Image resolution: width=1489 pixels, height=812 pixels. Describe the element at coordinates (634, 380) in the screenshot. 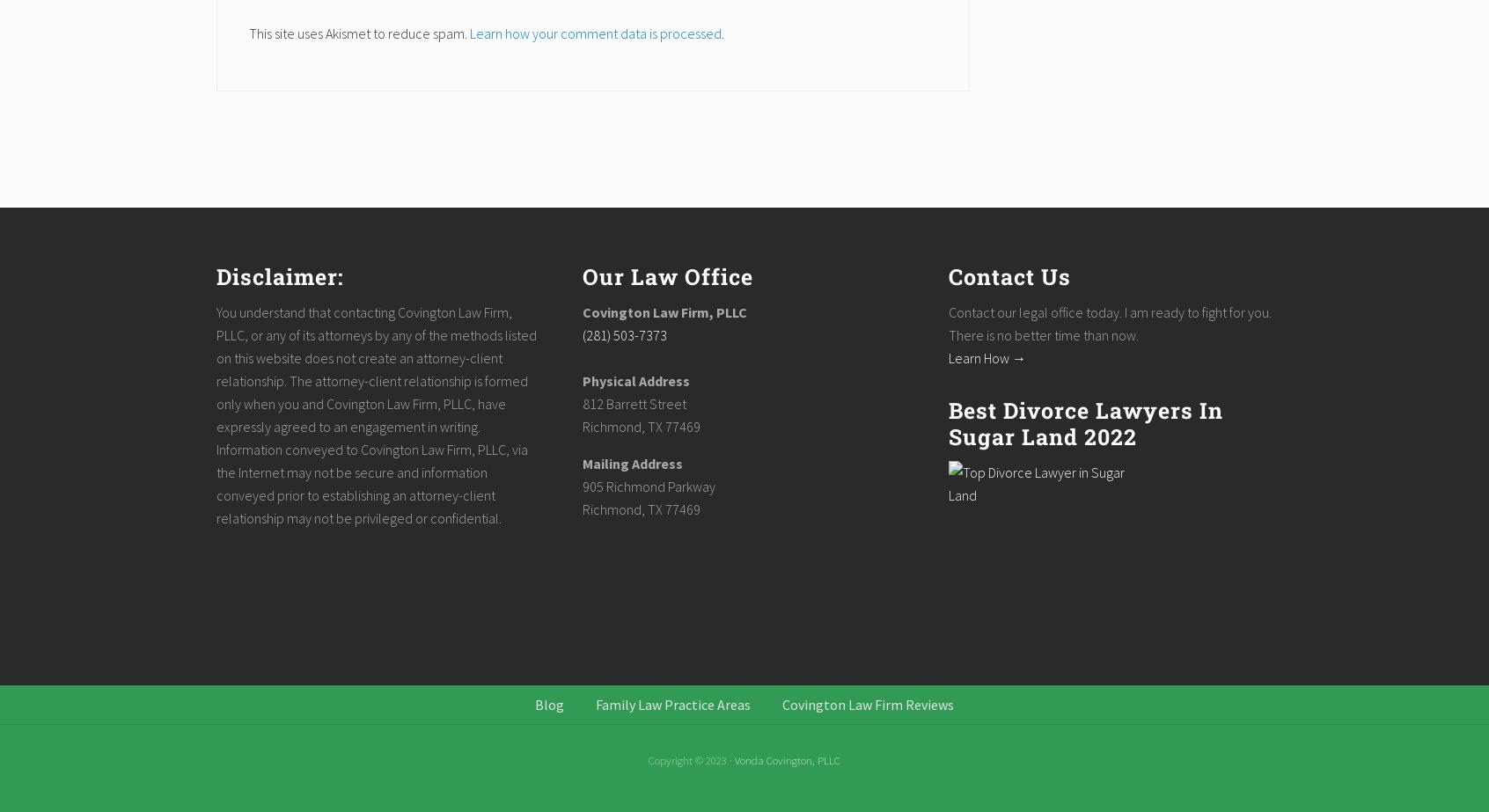

I see `'Physical Address'` at that location.